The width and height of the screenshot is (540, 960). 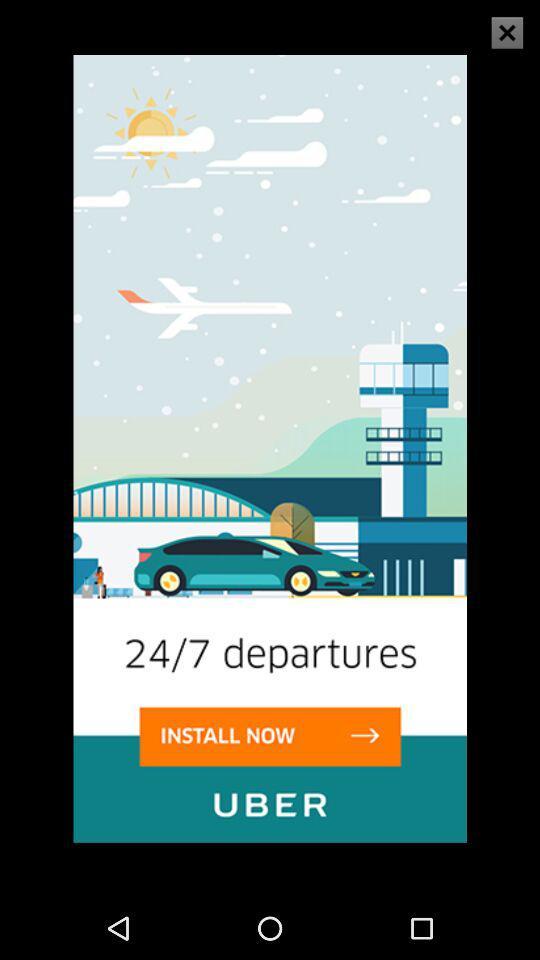 What do you see at coordinates (507, 34) in the screenshot?
I see `the close icon` at bounding box center [507, 34].